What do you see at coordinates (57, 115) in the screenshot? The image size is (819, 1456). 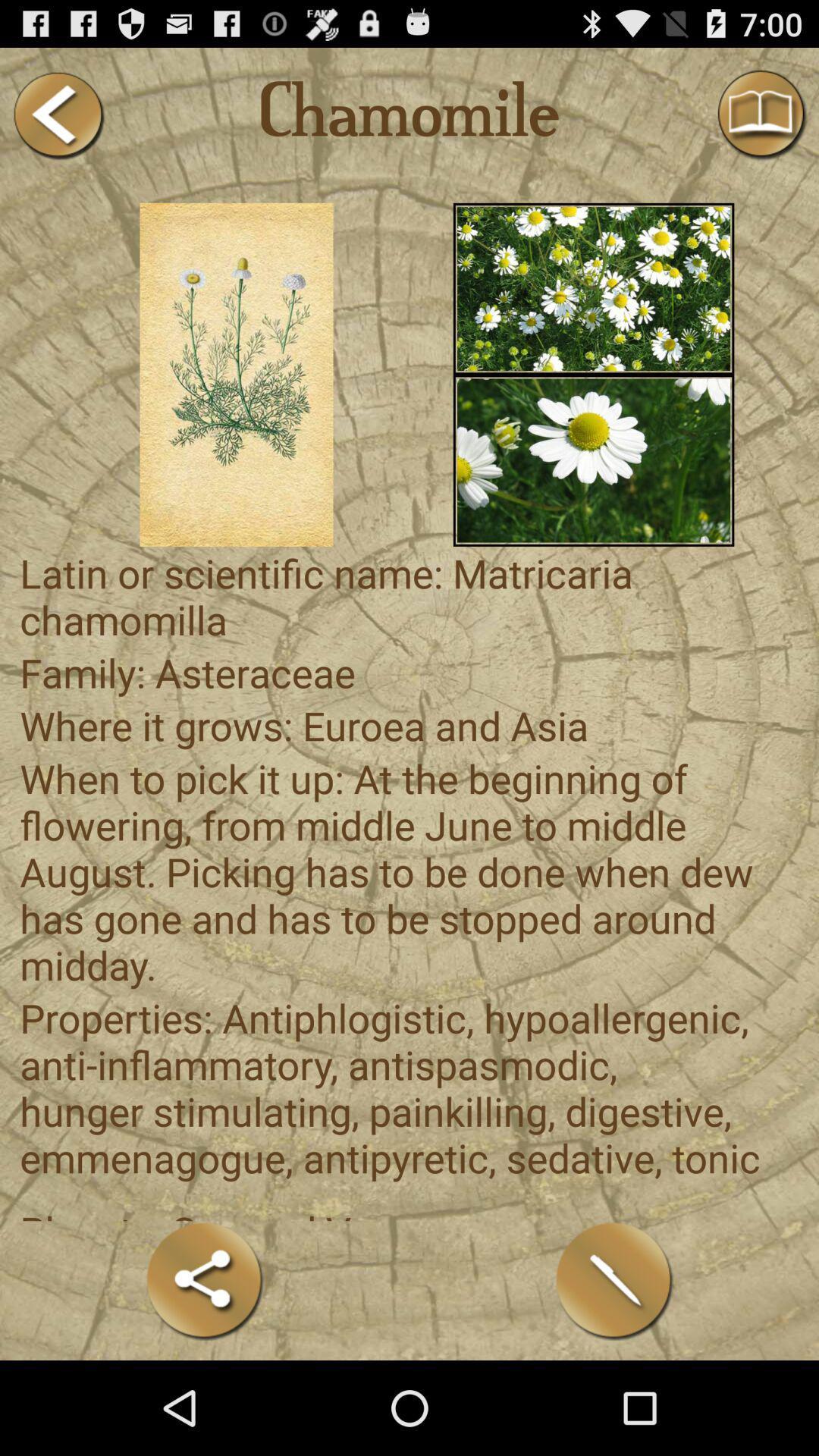 I see `go back` at bounding box center [57, 115].